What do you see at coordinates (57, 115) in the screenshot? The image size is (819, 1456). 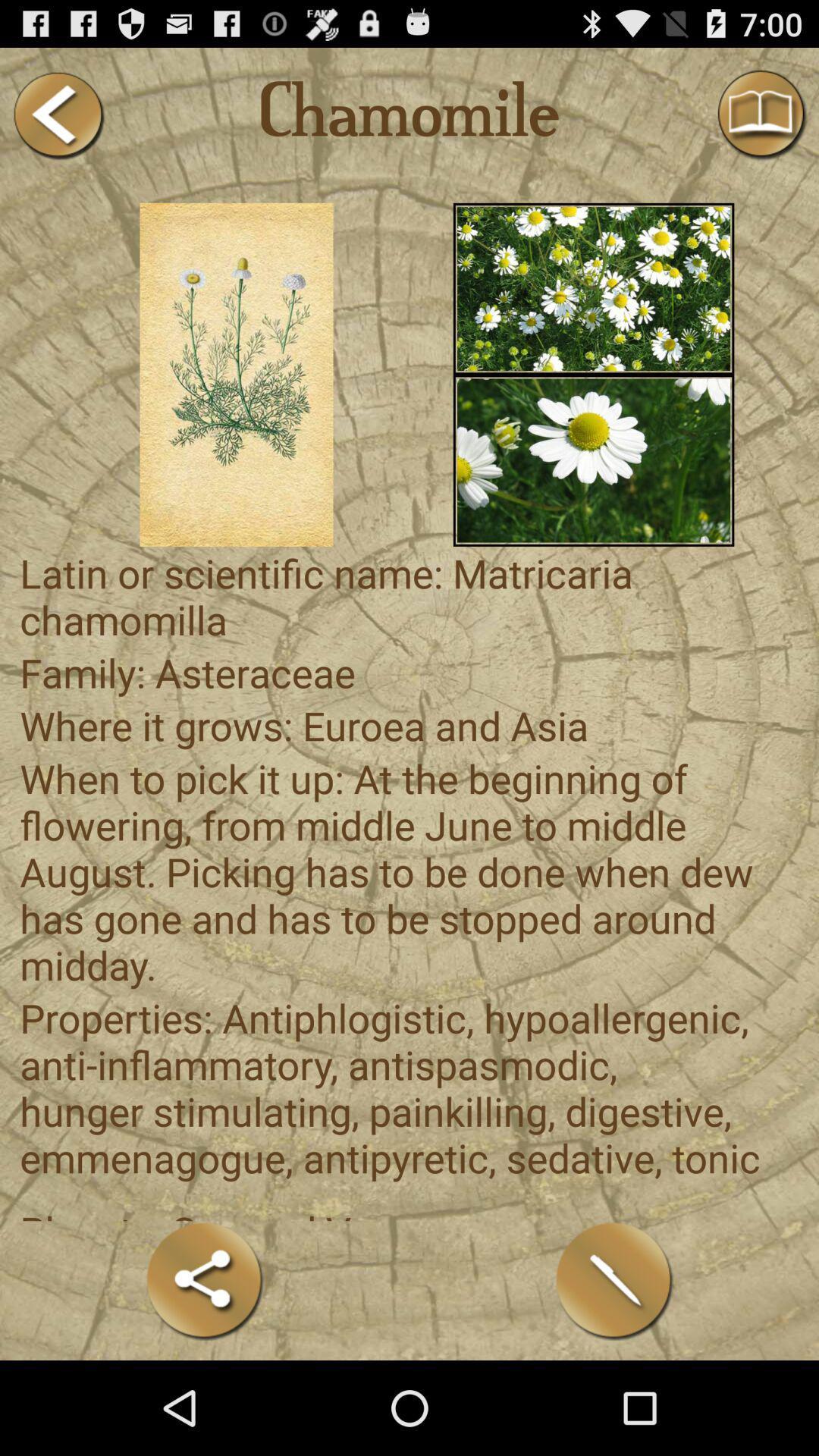 I see `go back` at bounding box center [57, 115].